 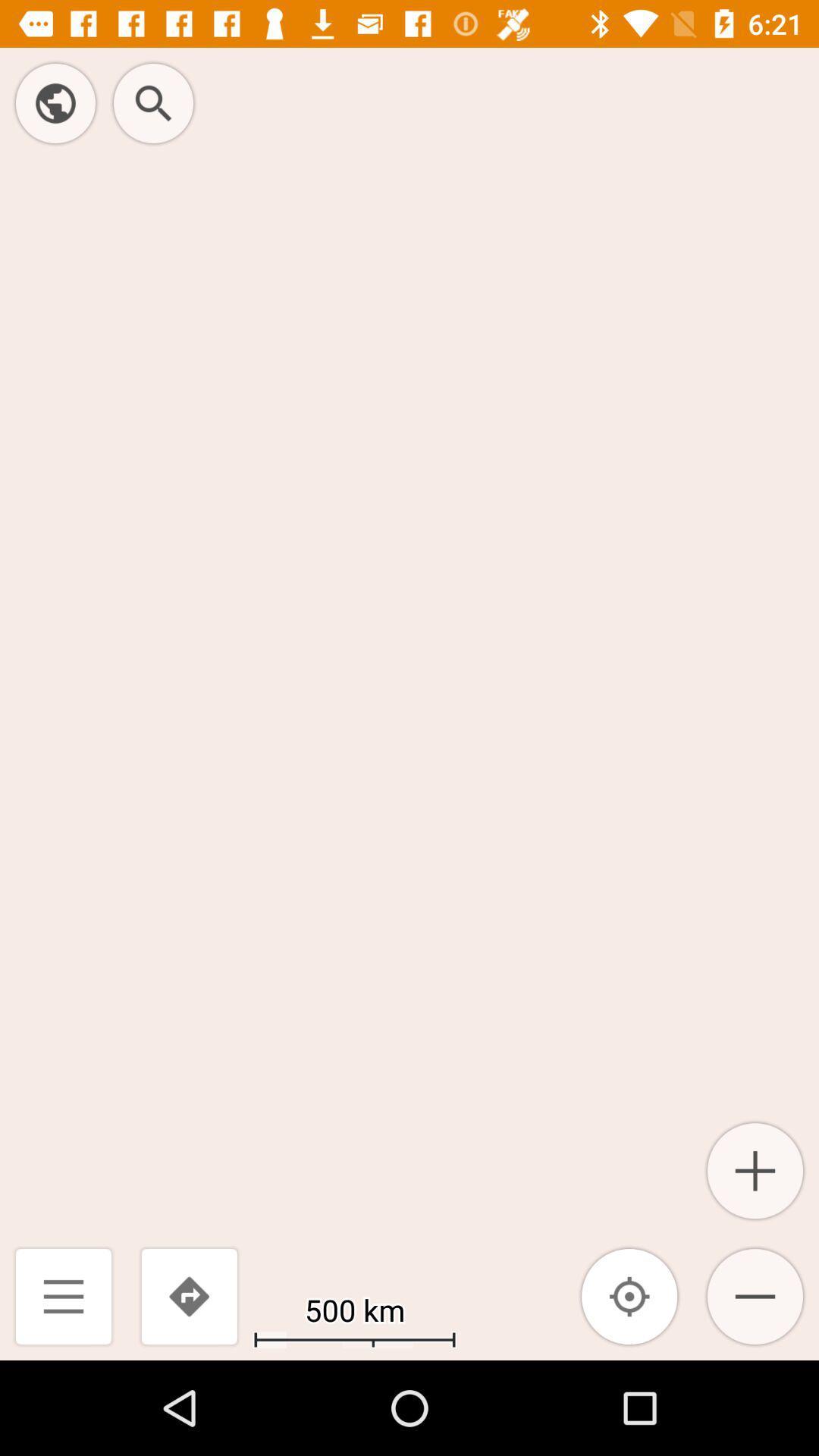 What do you see at coordinates (63, 1295) in the screenshot?
I see `the menu icon` at bounding box center [63, 1295].